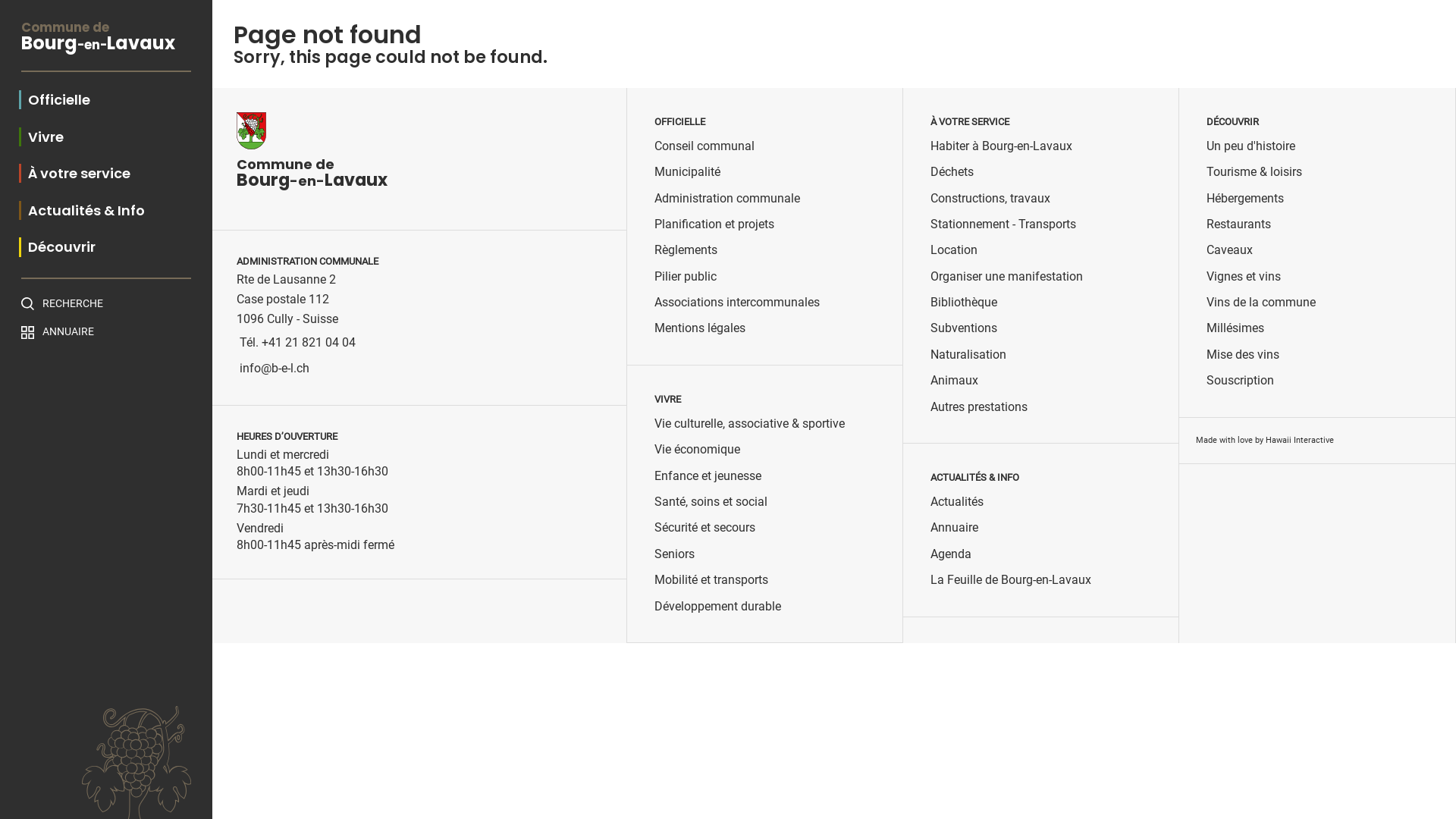 This screenshot has height=819, width=1456. I want to click on 'Vins de la commune', so click(1260, 302).